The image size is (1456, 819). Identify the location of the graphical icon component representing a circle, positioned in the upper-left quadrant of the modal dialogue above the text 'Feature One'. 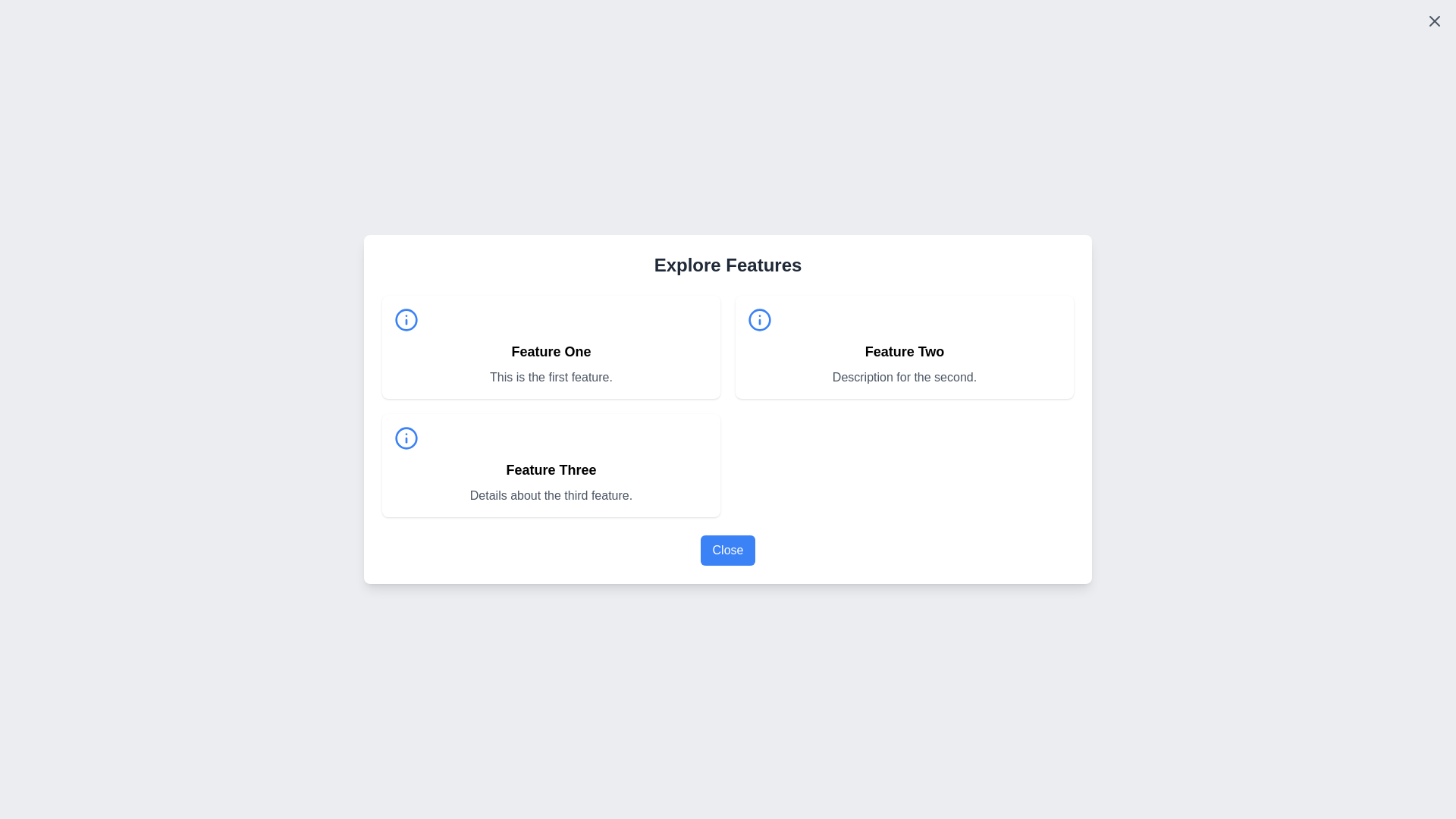
(406, 318).